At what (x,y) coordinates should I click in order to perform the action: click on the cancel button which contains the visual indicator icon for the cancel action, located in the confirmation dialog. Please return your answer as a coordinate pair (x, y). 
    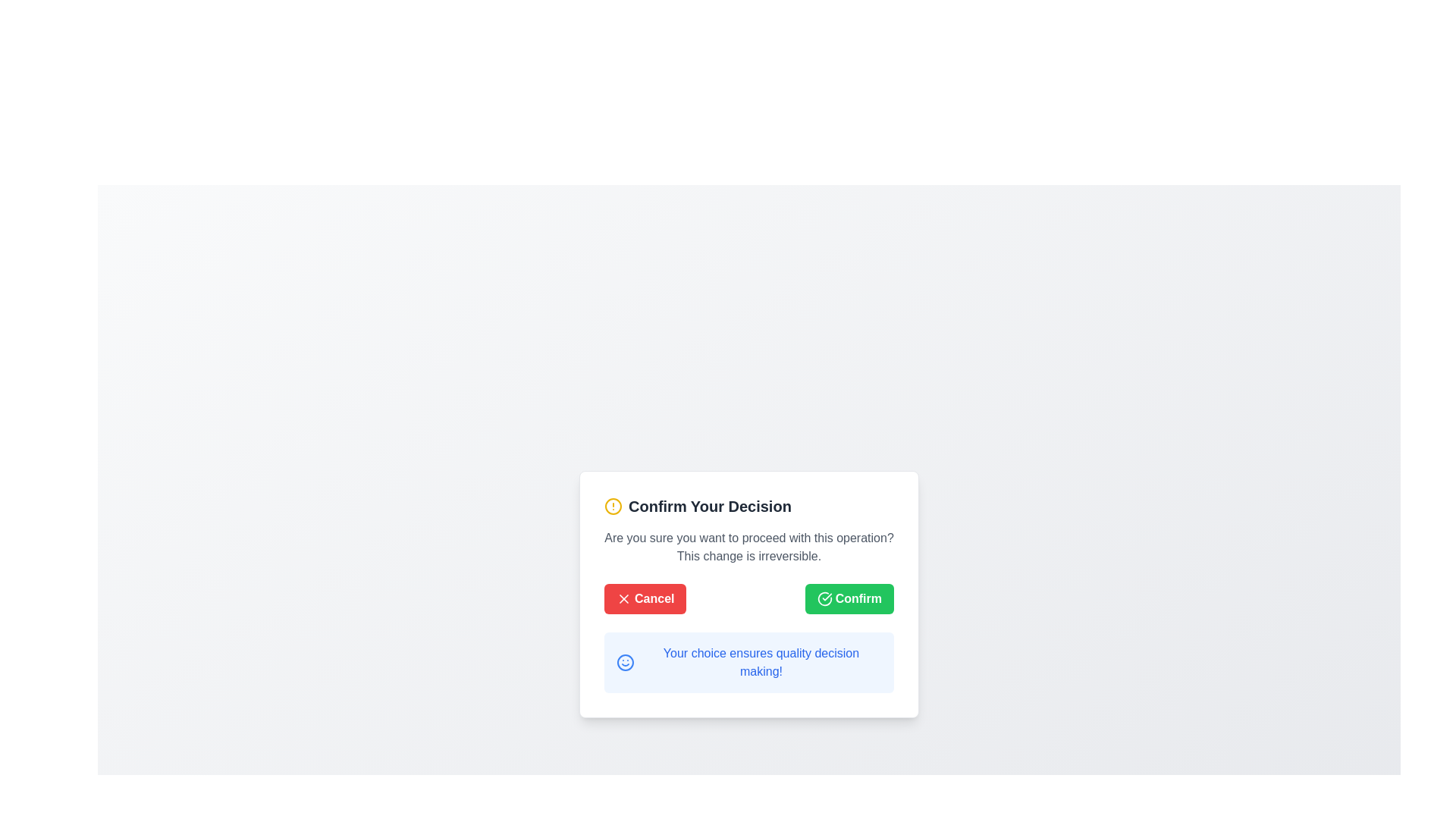
    Looking at the image, I should click on (623, 598).